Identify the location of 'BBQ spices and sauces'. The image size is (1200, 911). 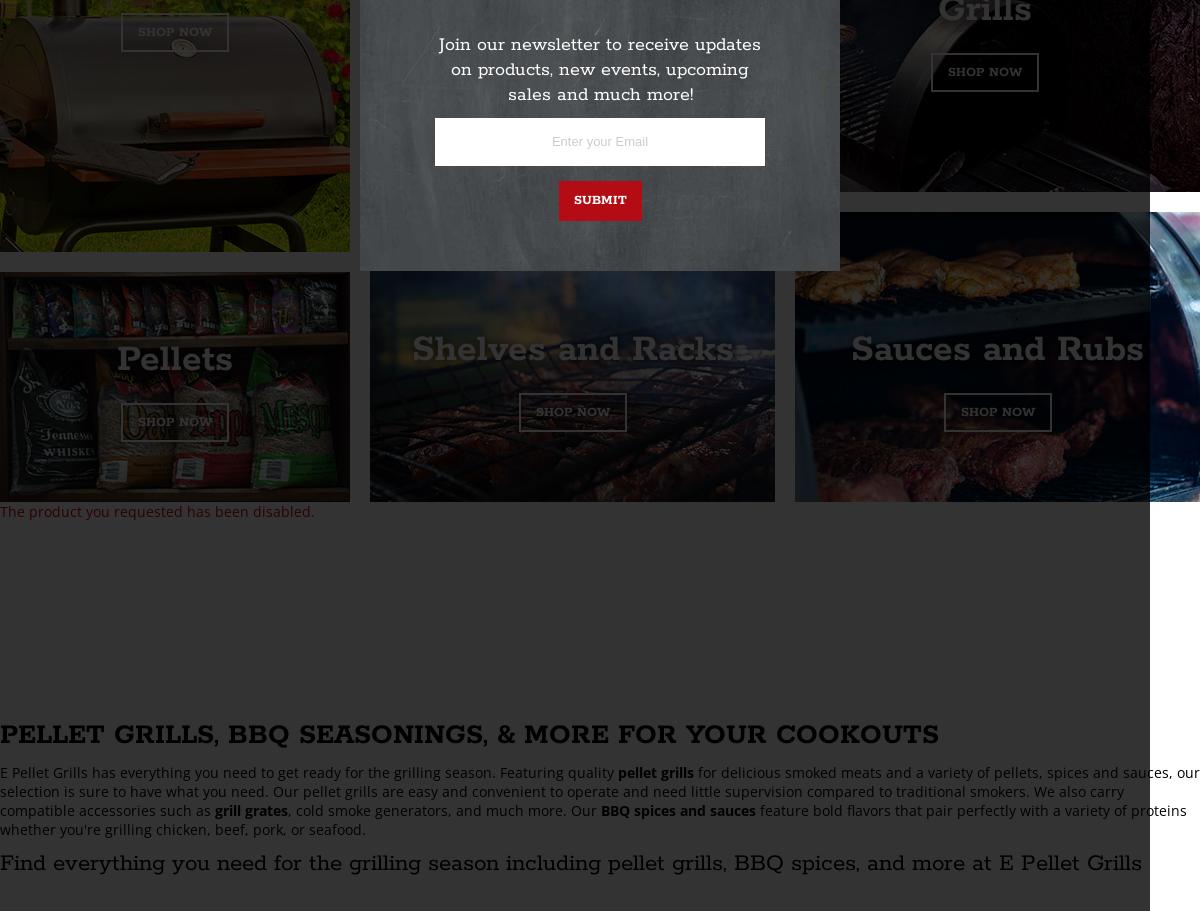
(678, 809).